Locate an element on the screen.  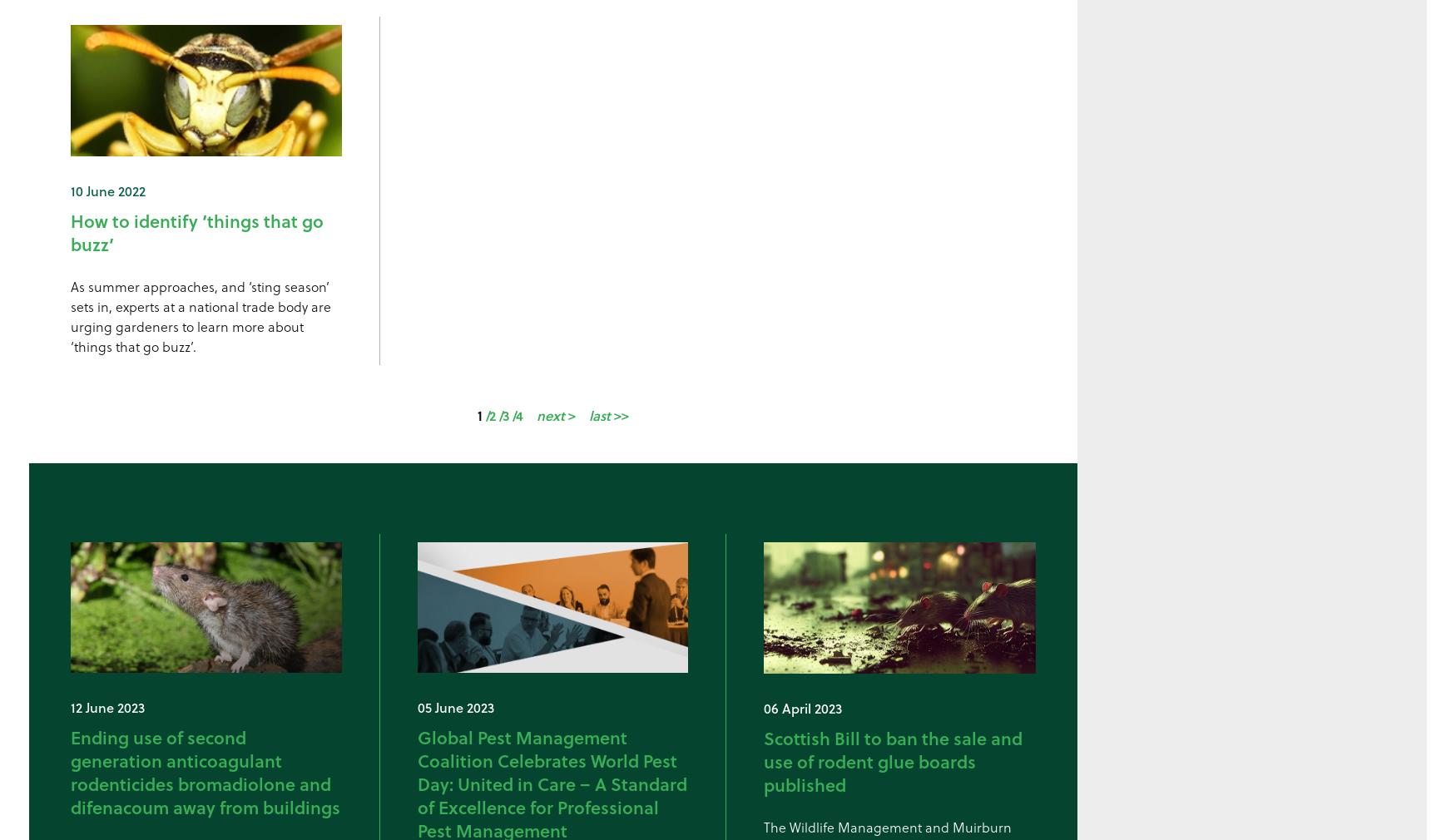
'>' is located at coordinates (571, 414).